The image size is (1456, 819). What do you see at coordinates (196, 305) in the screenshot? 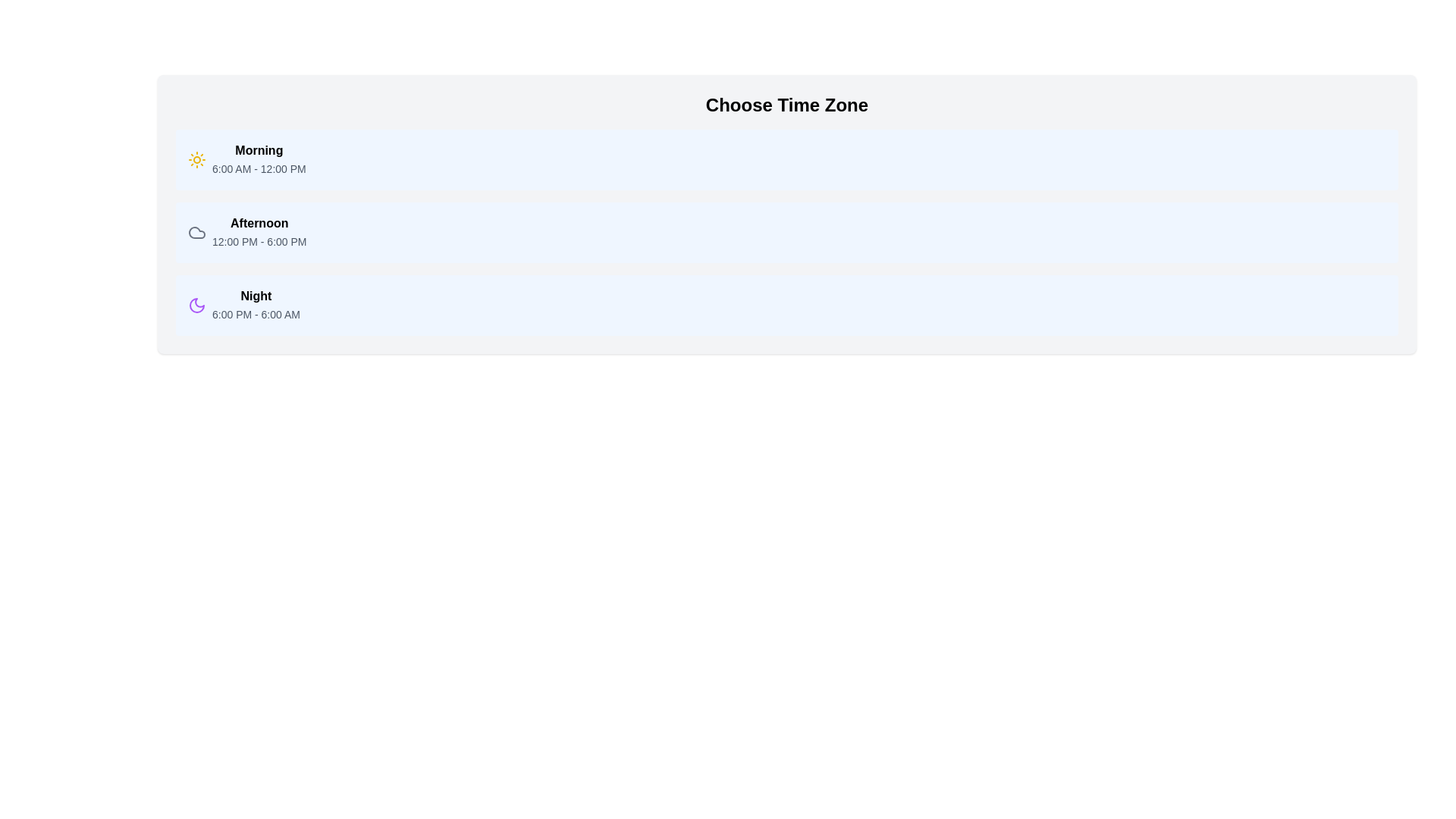
I see `the moon icon representing the nighttime theme in the 'Night 6:00 PM - 6:00 AM' section, which is positioned to the left of the text content` at bounding box center [196, 305].